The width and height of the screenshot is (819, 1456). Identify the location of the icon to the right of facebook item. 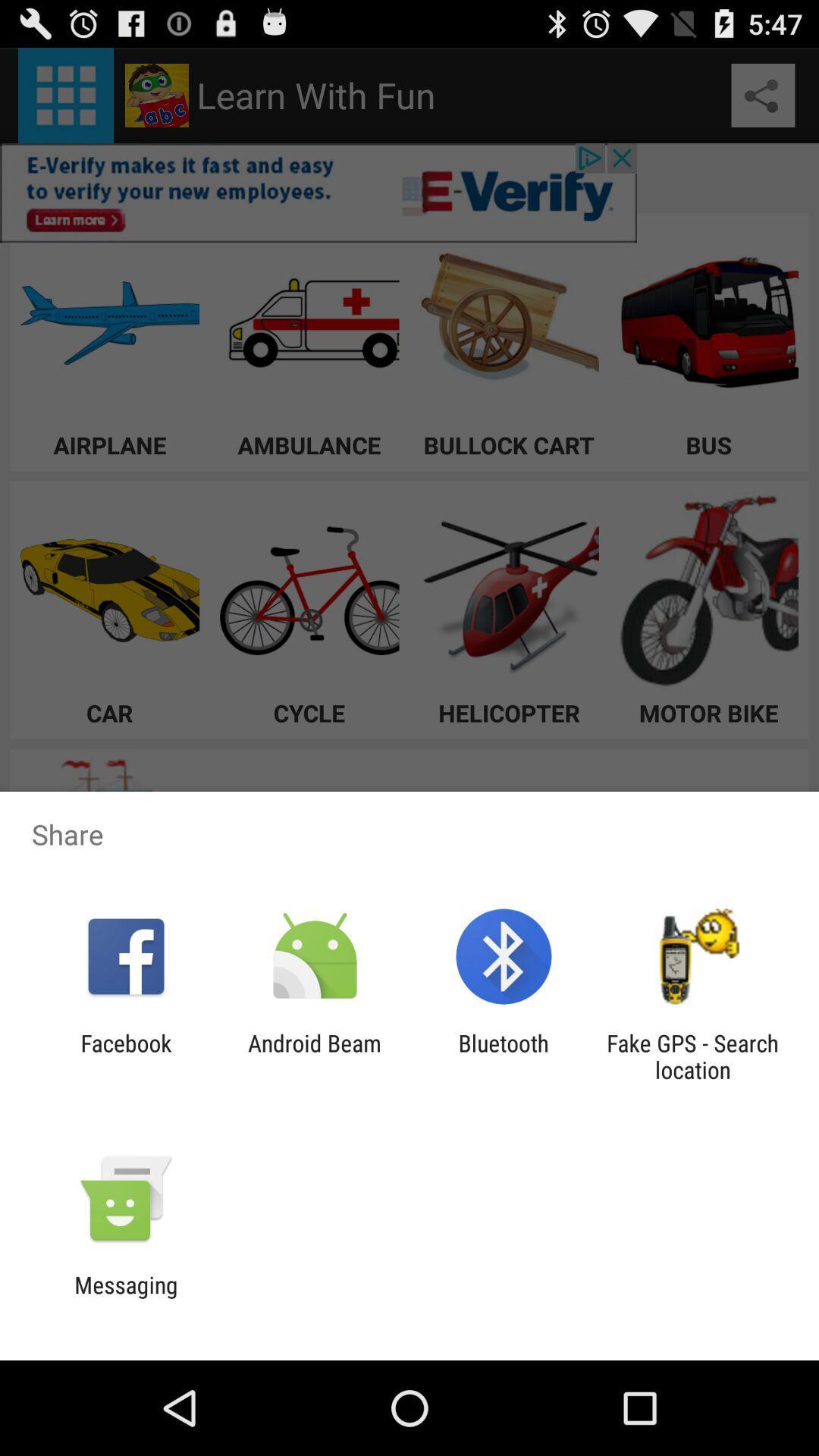
(314, 1056).